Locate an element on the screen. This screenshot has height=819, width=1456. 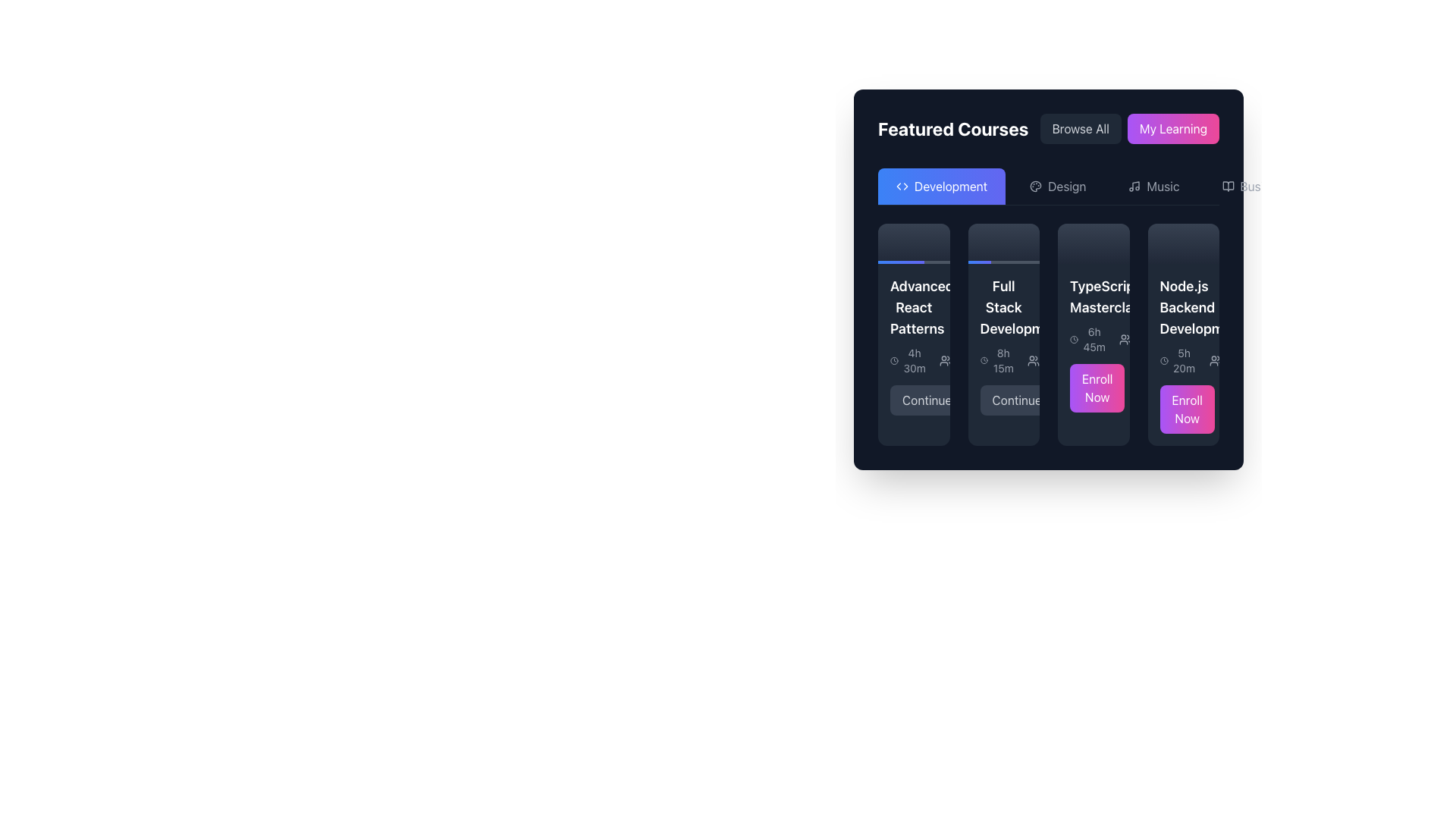
the 'Continue' button in the Course overview module located in the second column under the 'Development' tab to proceed with the course is located at coordinates (1003, 346).